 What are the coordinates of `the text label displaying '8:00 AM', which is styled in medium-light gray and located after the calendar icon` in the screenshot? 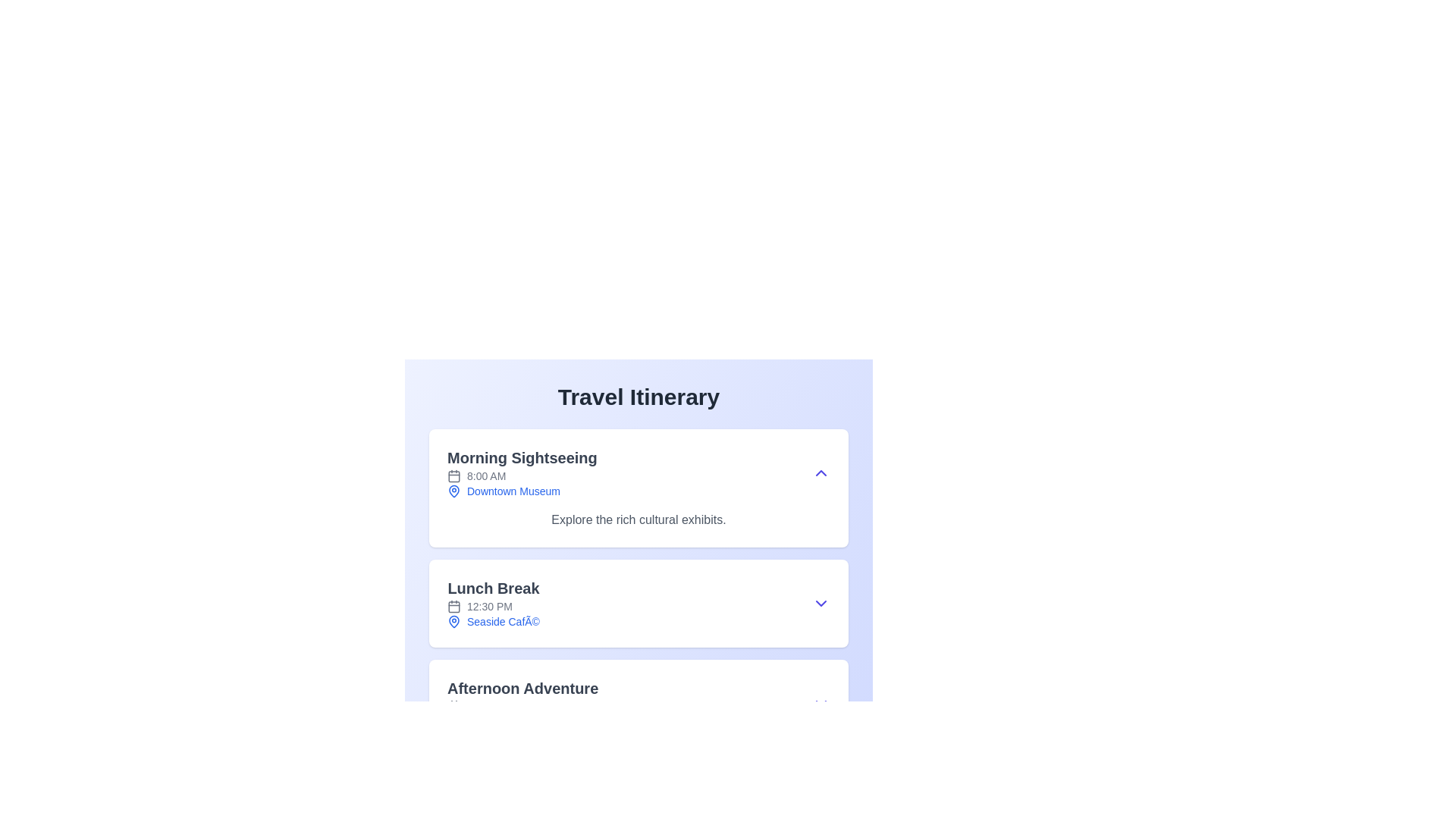 It's located at (486, 475).